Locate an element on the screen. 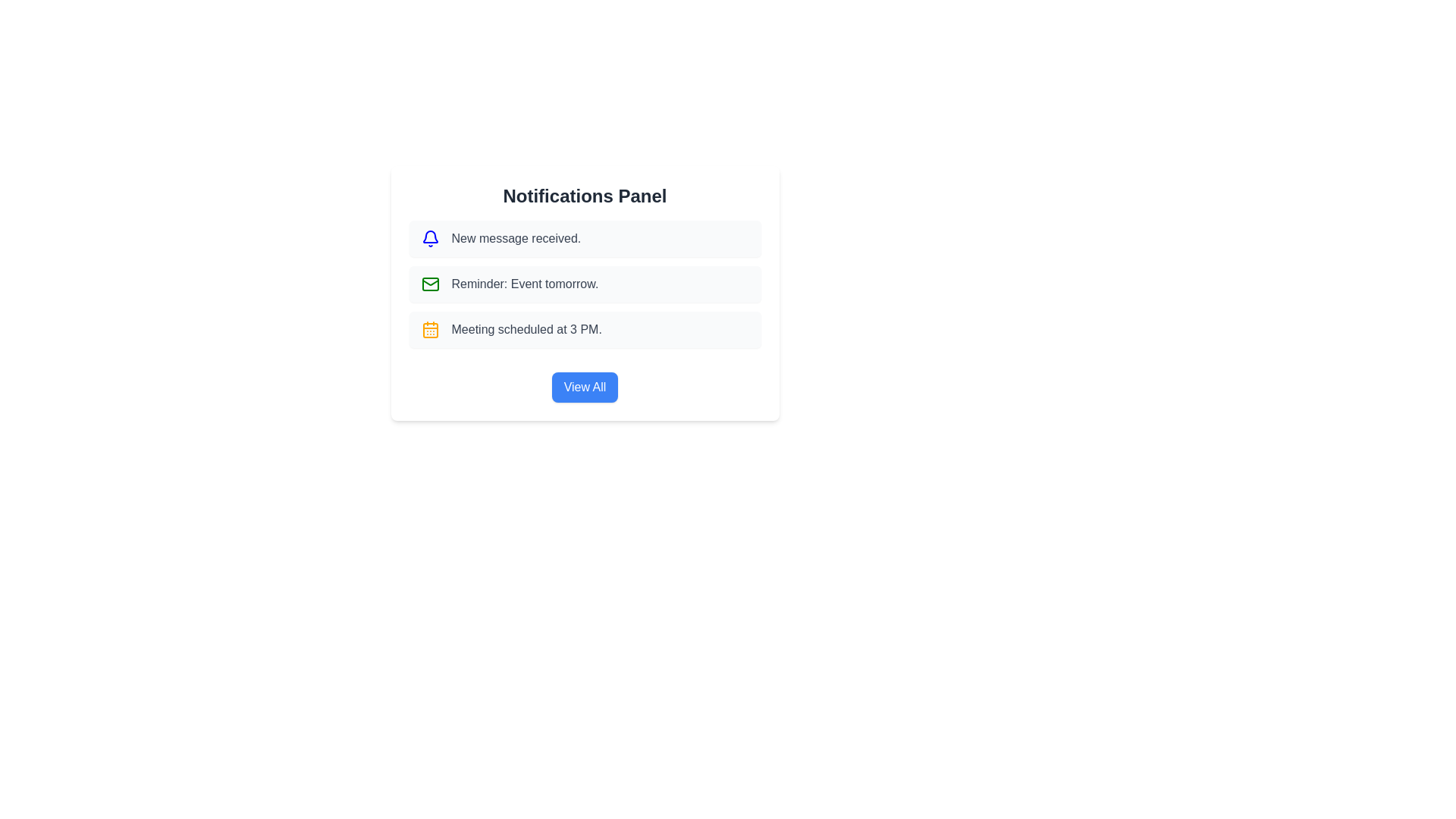 This screenshot has width=1456, height=819. the Text Label displaying 'Reminder: Event tomorrow.' in the Notifications Panel, located in the second row of notifications is located at coordinates (525, 284).